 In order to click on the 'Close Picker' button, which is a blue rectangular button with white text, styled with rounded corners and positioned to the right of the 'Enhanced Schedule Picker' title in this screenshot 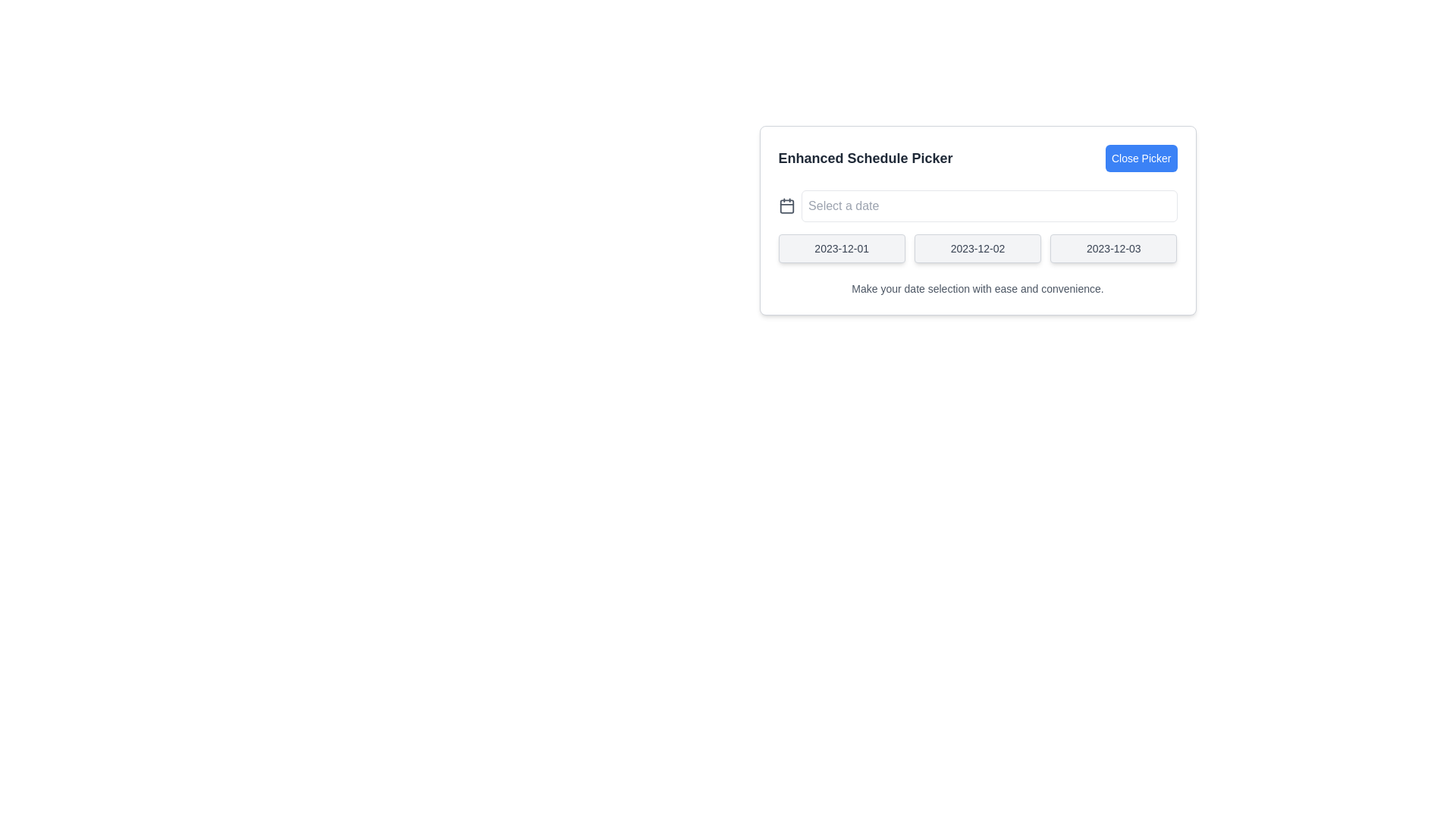, I will do `click(1141, 158)`.